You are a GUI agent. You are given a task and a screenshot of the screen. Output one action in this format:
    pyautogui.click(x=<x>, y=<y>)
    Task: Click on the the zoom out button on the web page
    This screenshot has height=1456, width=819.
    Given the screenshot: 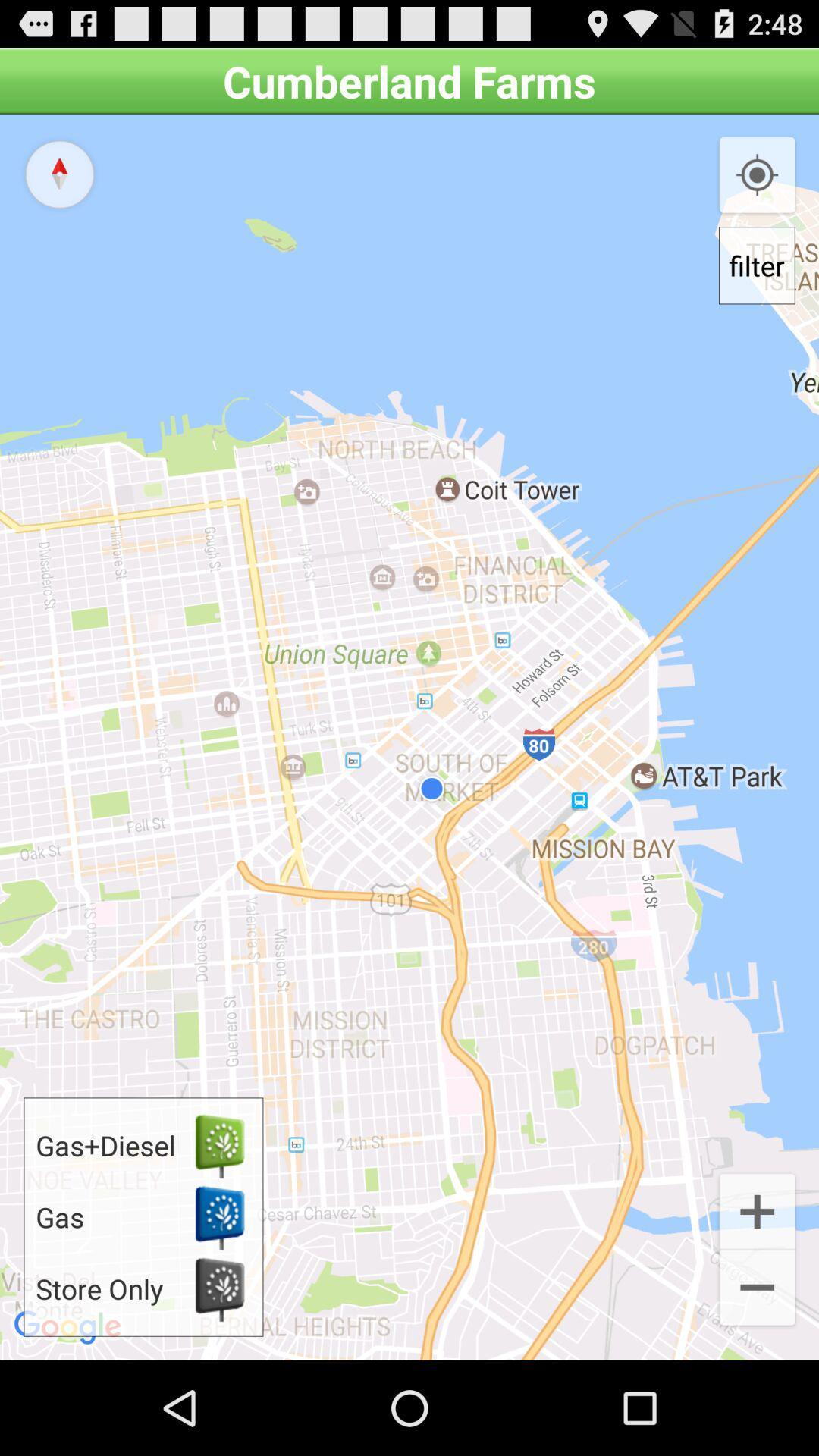 What is the action you would take?
    pyautogui.click(x=758, y=1288)
    